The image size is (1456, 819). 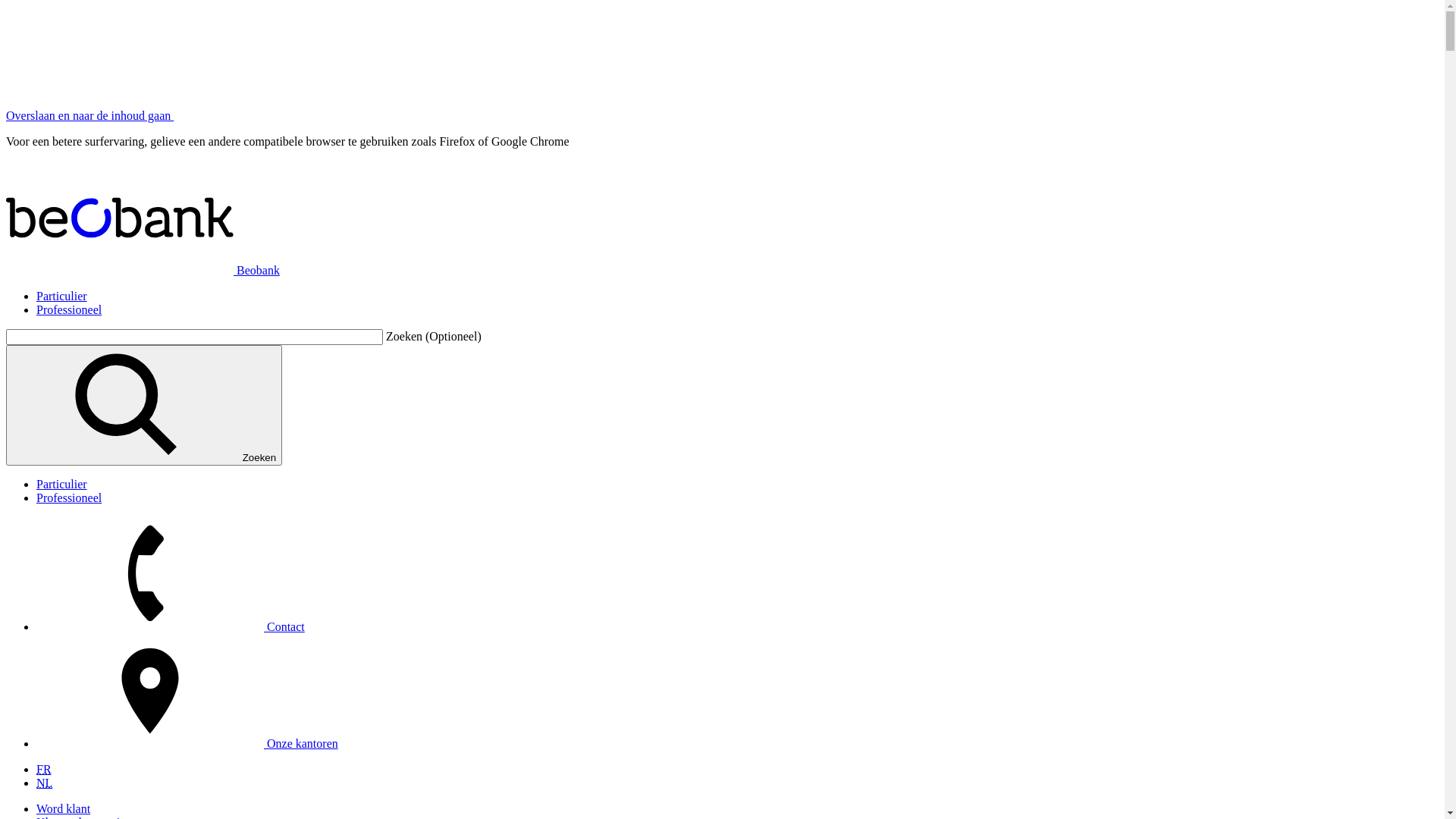 I want to click on 'Contact', so click(x=171, y=626).